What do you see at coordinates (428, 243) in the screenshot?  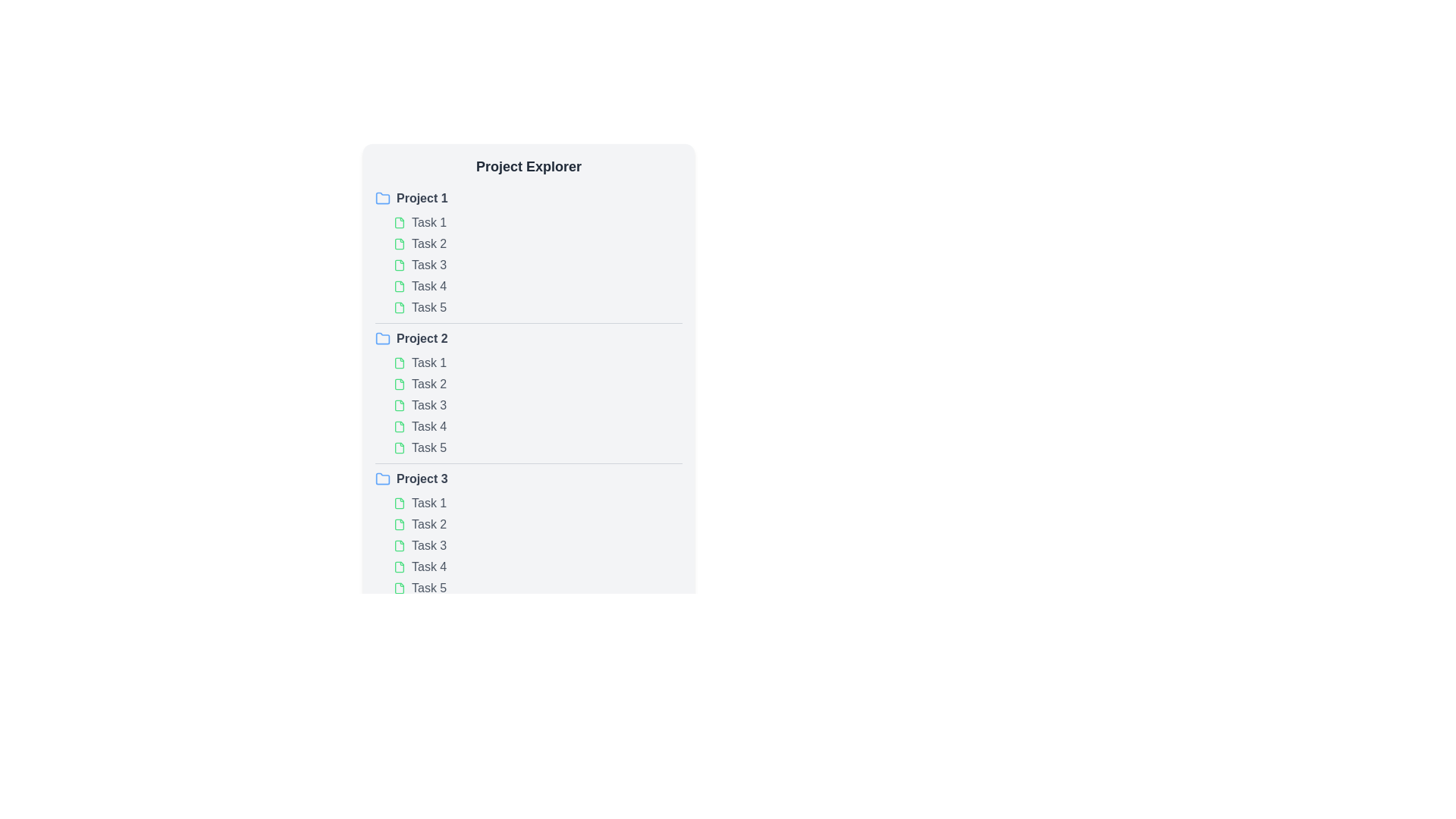 I see `the text label displaying 'Task 2' in the project explorer layout, which is the second task under 'Project 1'` at bounding box center [428, 243].